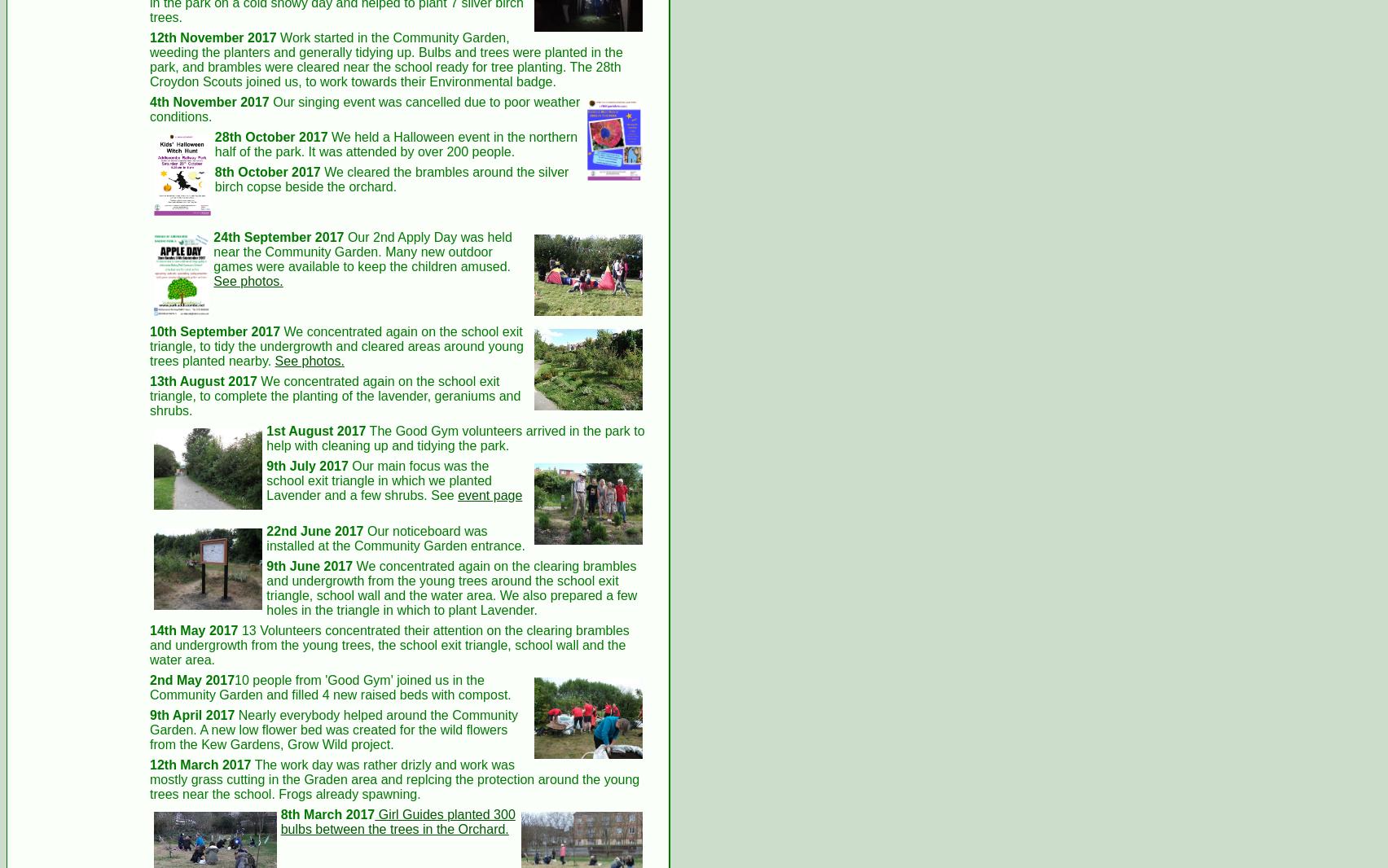 The height and width of the screenshot is (868, 1388). I want to click on '22nd June 2017', so click(314, 529).